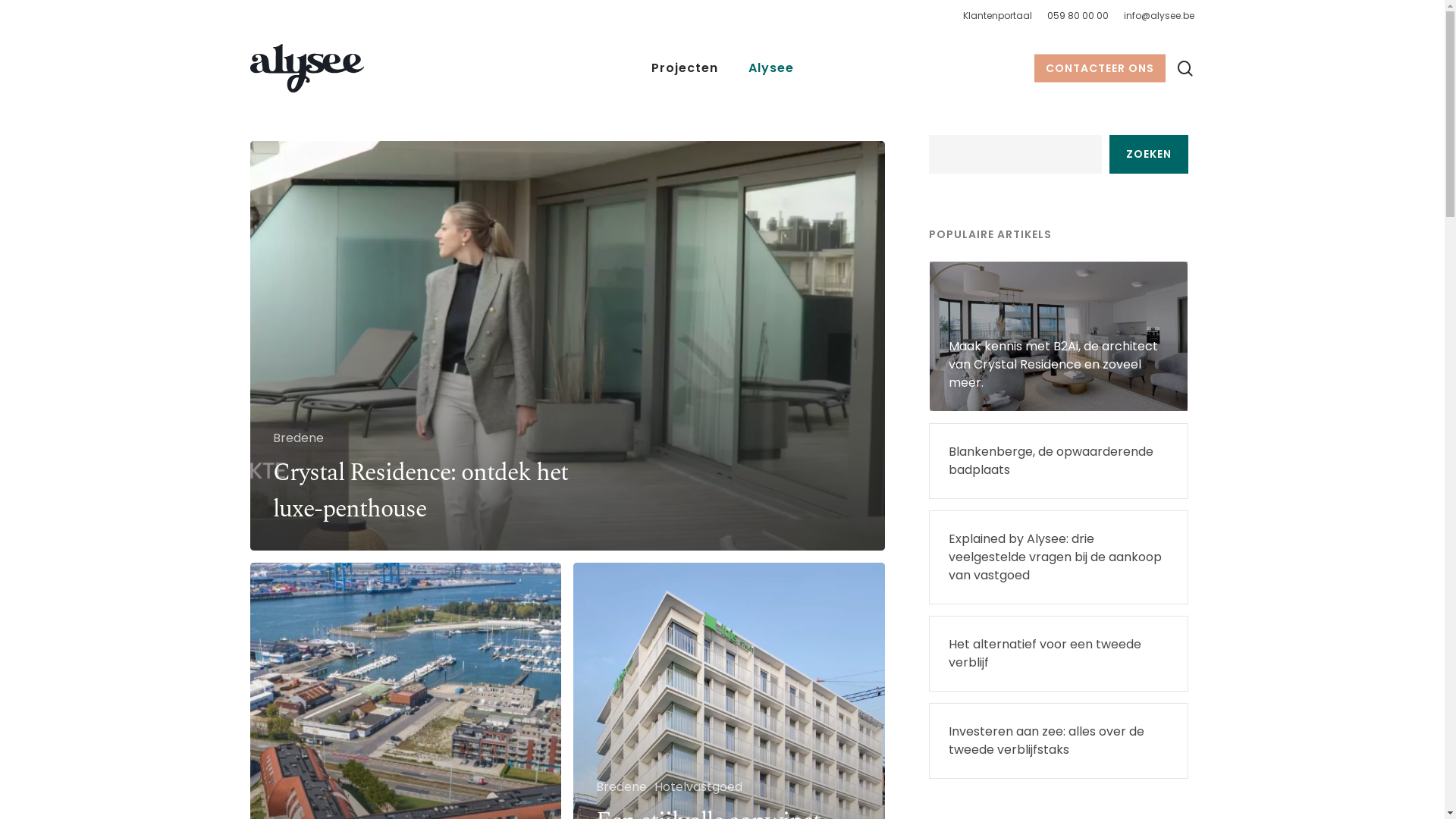 This screenshot has width=1456, height=819. Describe the element at coordinates (732, 67) in the screenshot. I see `'Alysee'` at that location.